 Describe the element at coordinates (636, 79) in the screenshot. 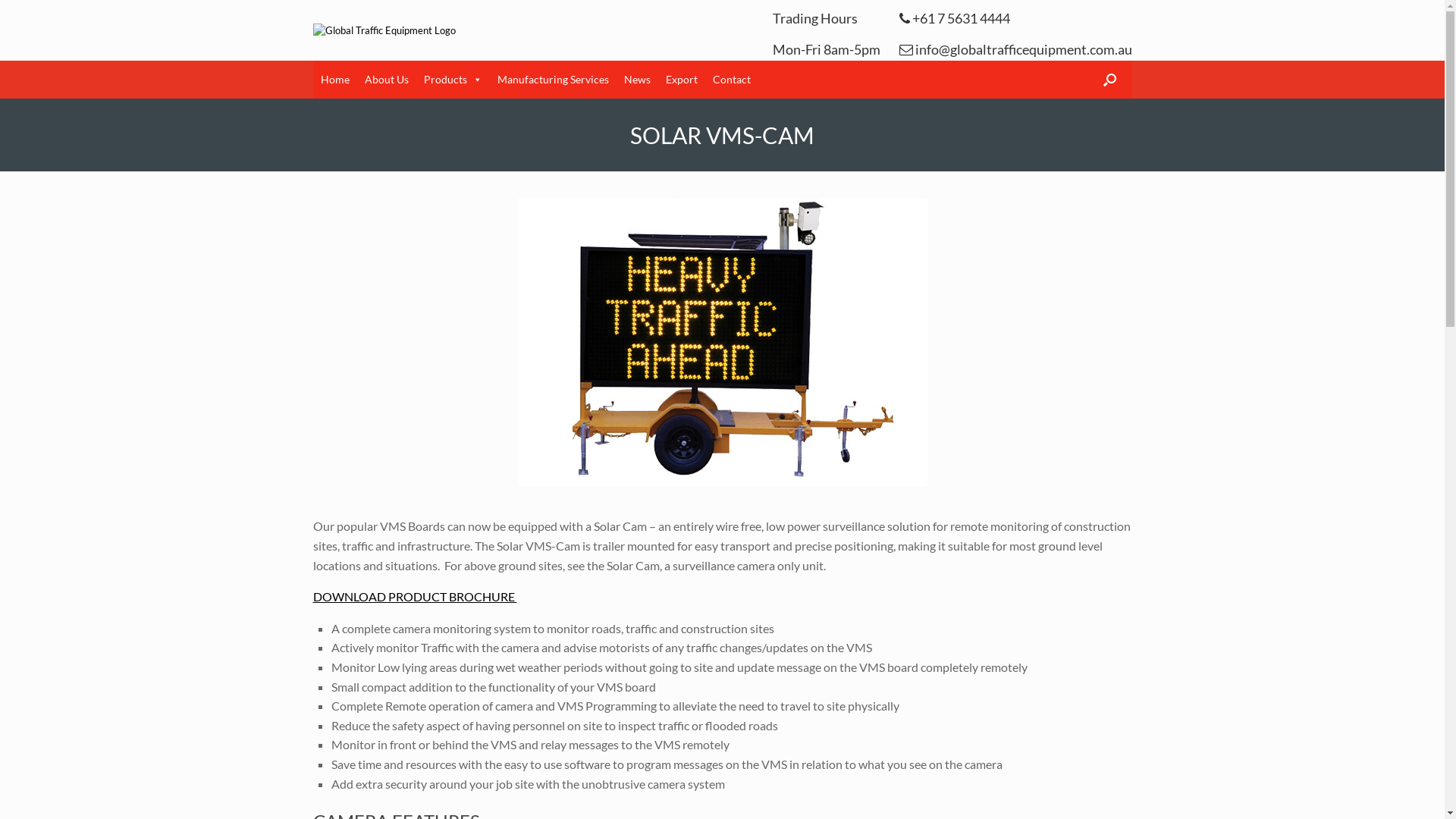

I see `'News'` at that location.